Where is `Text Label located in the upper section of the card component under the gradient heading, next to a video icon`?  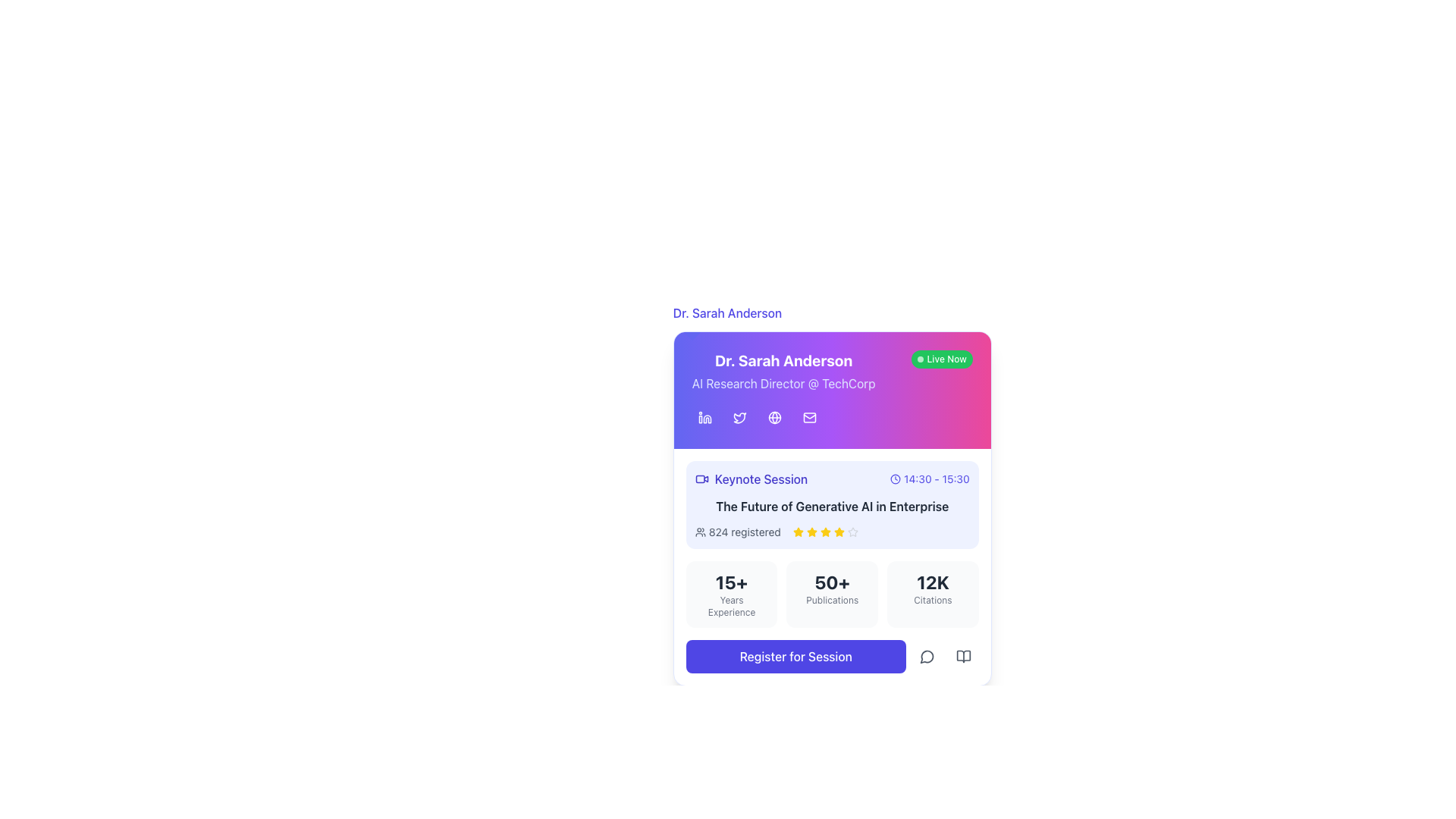 Text Label located in the upper section of the card component under the gradient heading, next to a video icon is located at coordinates (761, 479).